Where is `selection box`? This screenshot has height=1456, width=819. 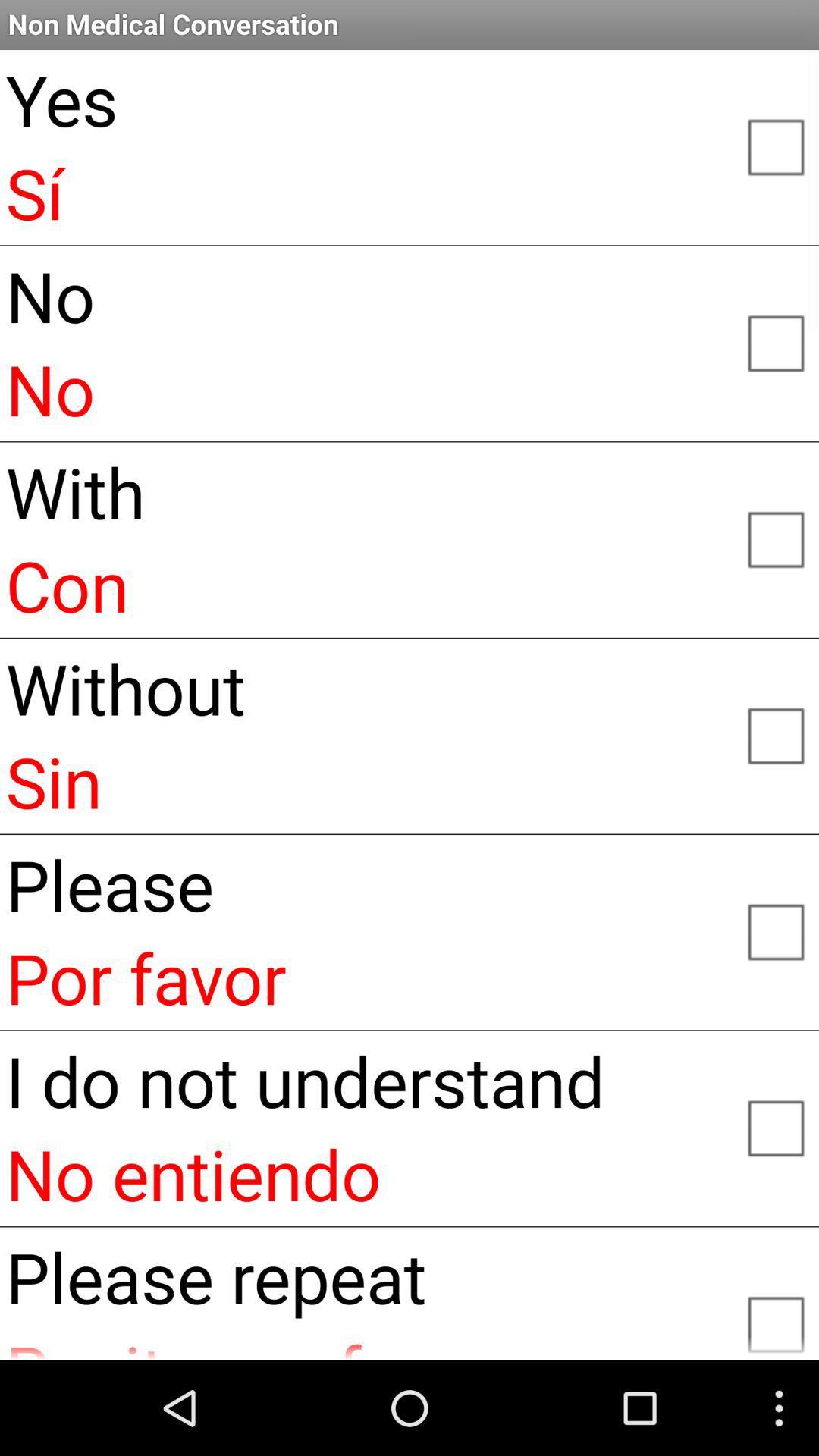
selection box is located at coordinates (775, 538).